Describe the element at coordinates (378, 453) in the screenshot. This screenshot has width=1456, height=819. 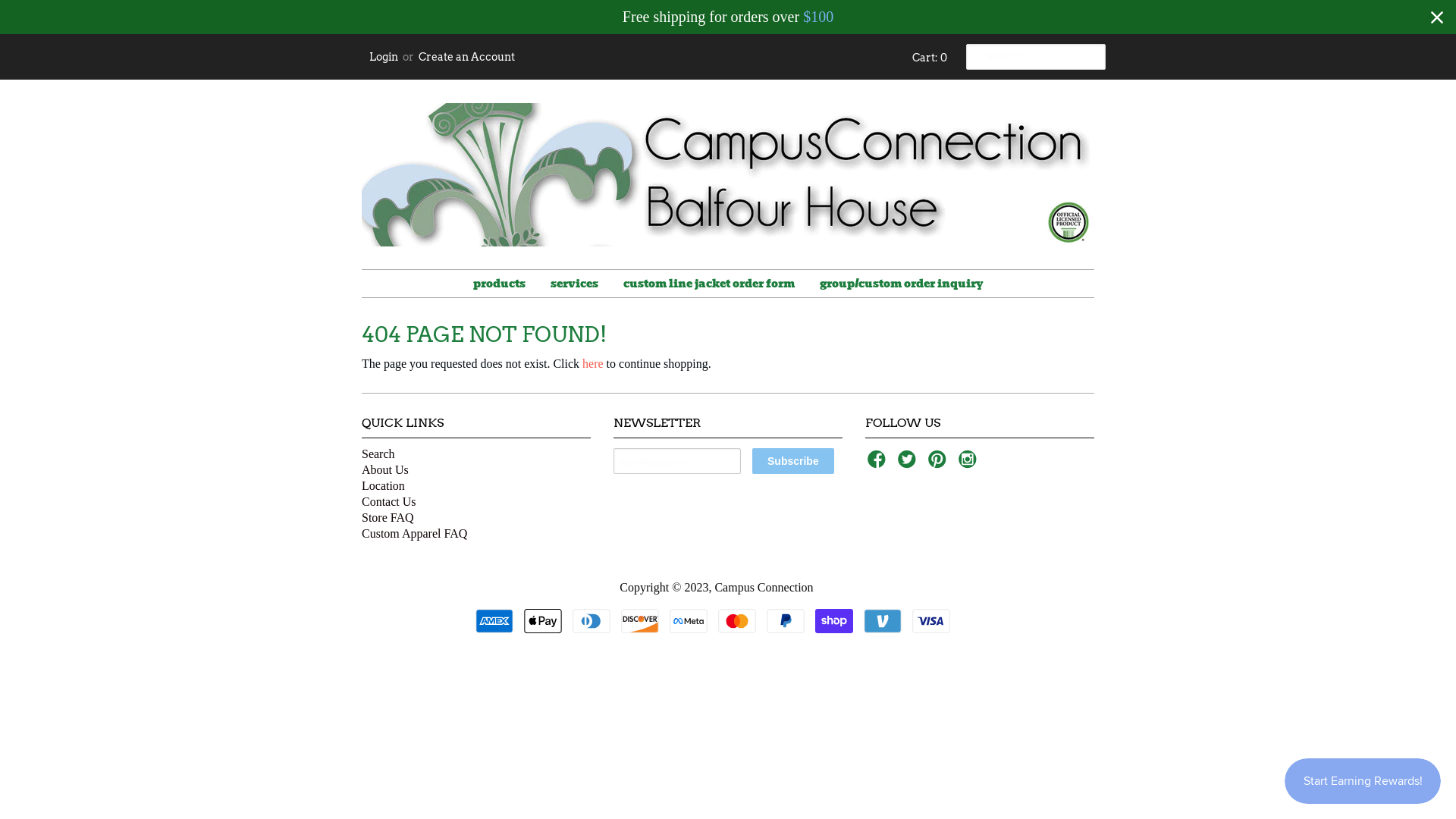
I see `'Search'` at that location.